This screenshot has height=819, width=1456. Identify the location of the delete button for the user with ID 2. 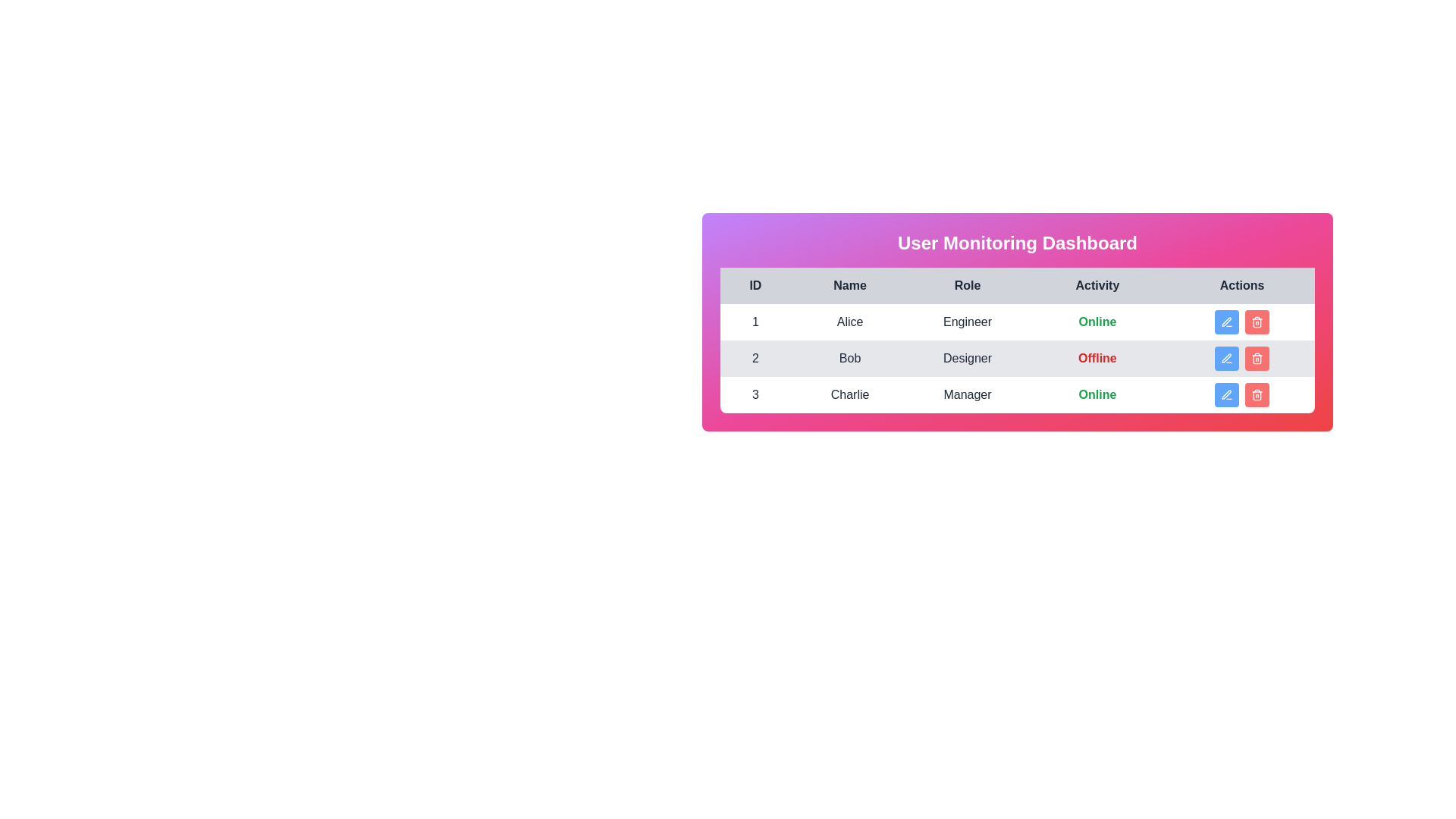
(1257, 359).